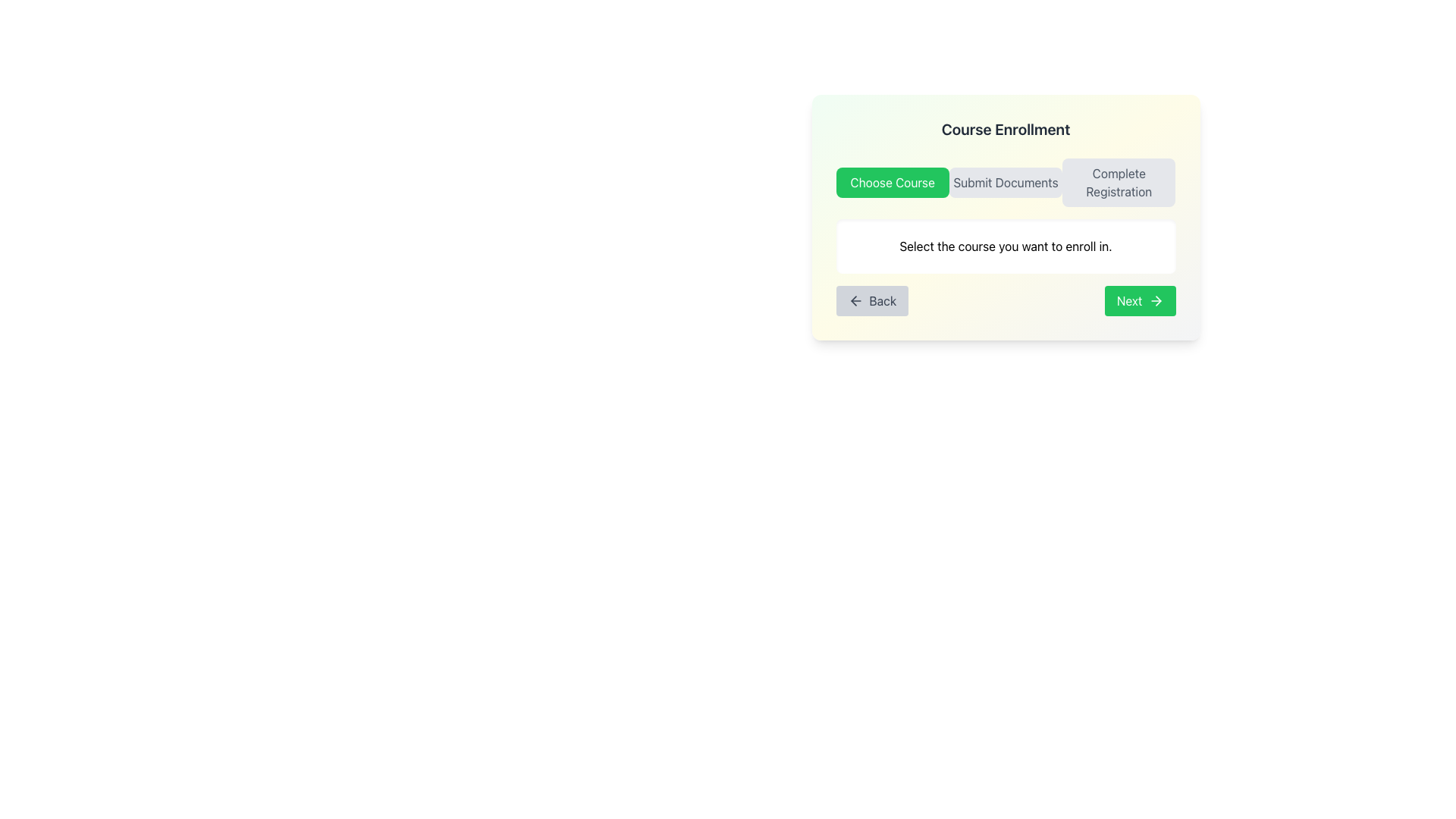 The width and height of the screenshot is (1456, 819). Describe the element at coordinates (855, 301) in the screenshot. I see `Left Arrow Symbol icon that serves as a visual indicator for the 'Back' button in the Course Enrollment dialog box` at that location.